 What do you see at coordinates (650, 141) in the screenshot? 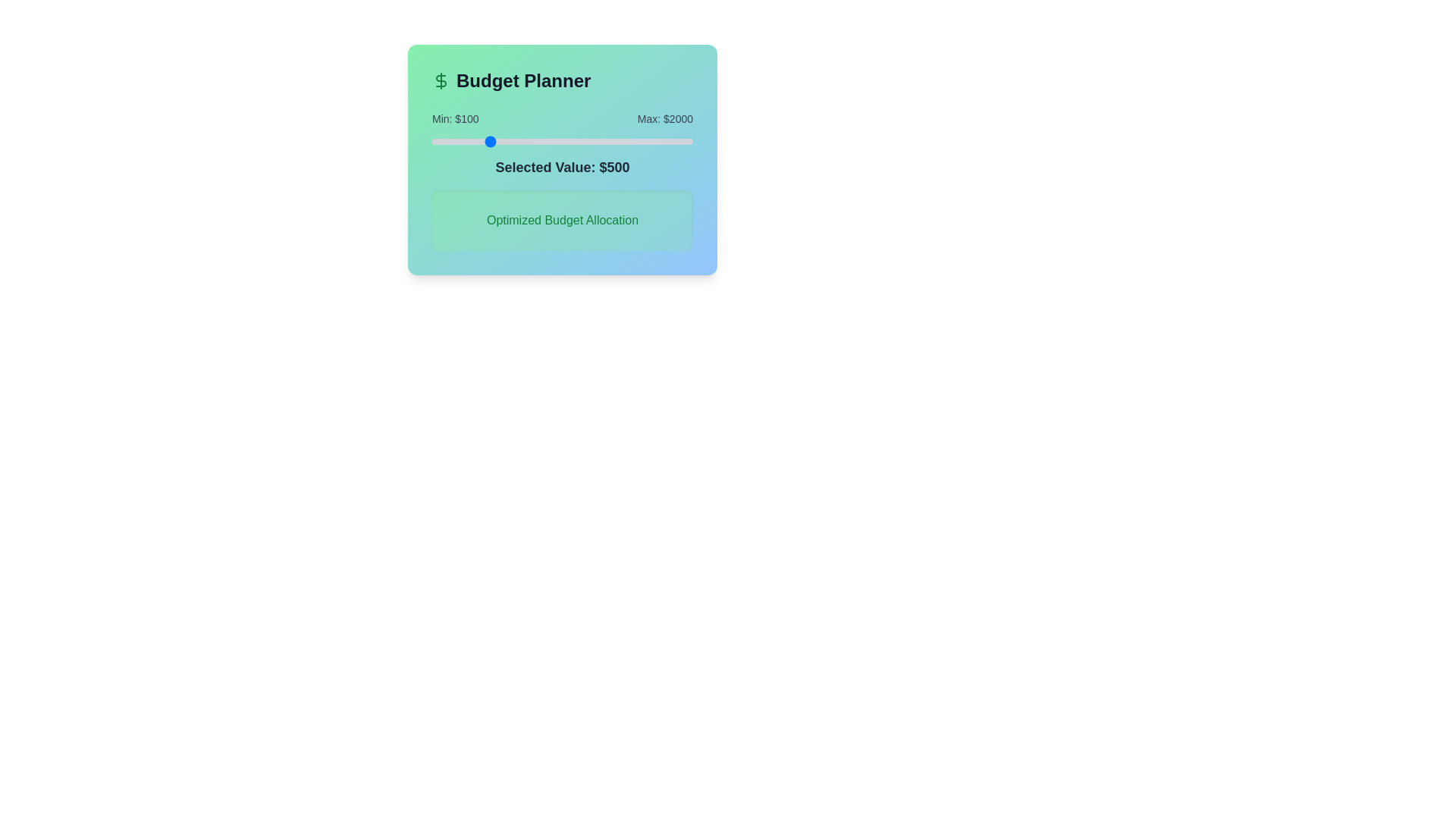
I see `the slider to the desired value 1689` at bounding box center [650, 141].